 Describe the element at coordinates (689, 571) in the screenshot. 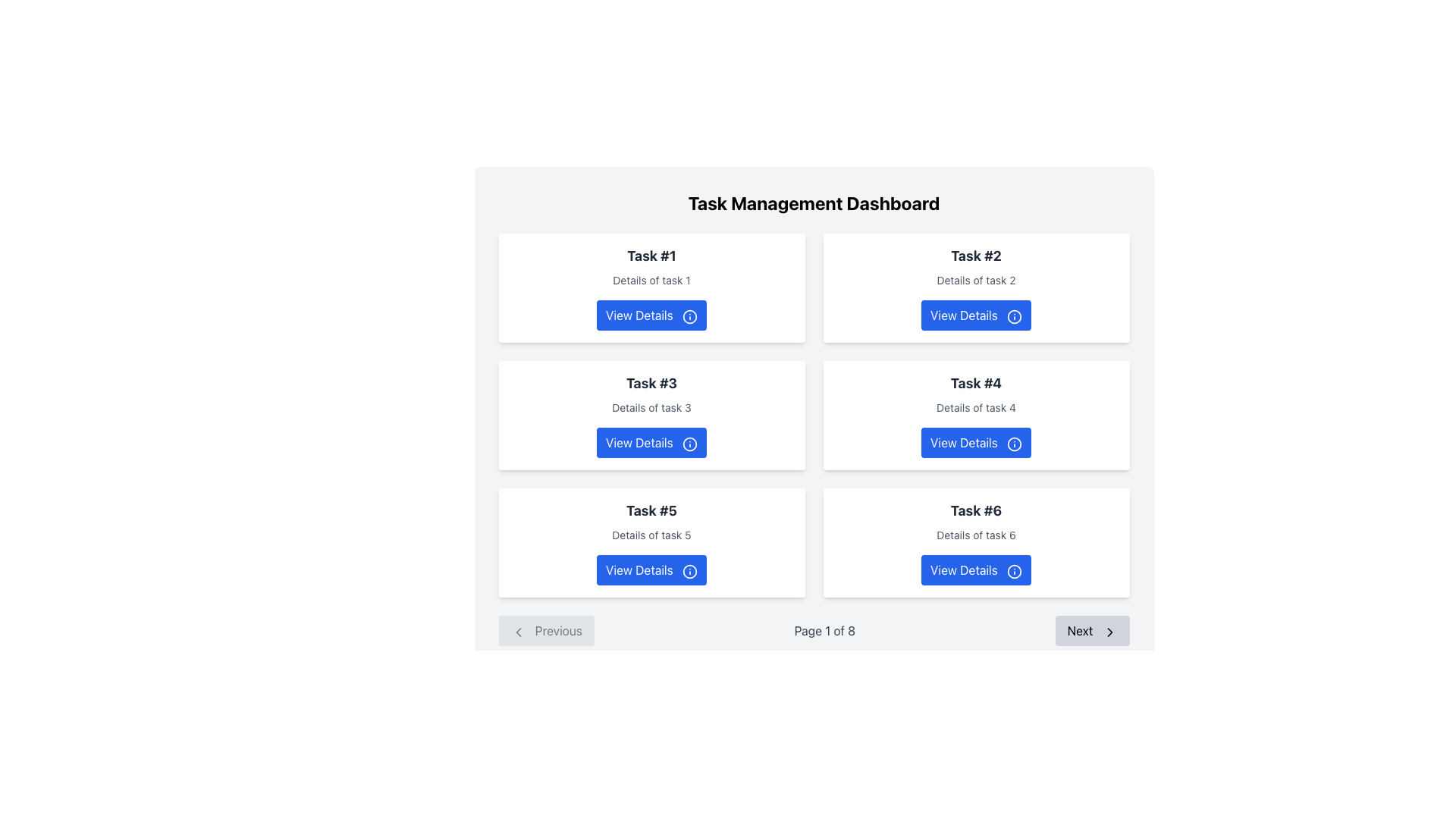

I see `the Decorative Icon located within the 'View Details' button in the bottom-left card labeled 'Task #5', which visually indicates additional details or information` at that location.